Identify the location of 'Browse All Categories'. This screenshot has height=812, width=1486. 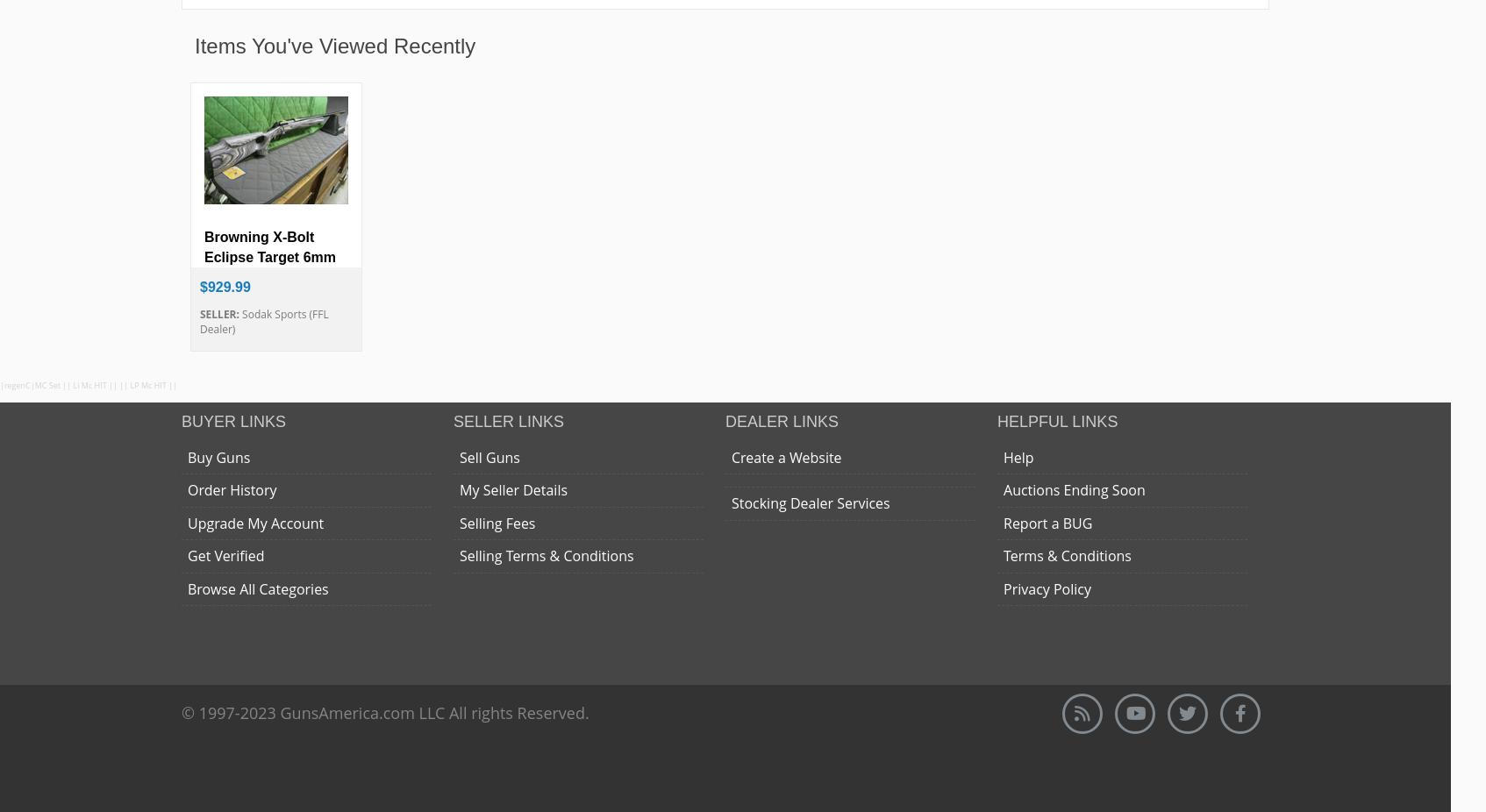
(187, 587).